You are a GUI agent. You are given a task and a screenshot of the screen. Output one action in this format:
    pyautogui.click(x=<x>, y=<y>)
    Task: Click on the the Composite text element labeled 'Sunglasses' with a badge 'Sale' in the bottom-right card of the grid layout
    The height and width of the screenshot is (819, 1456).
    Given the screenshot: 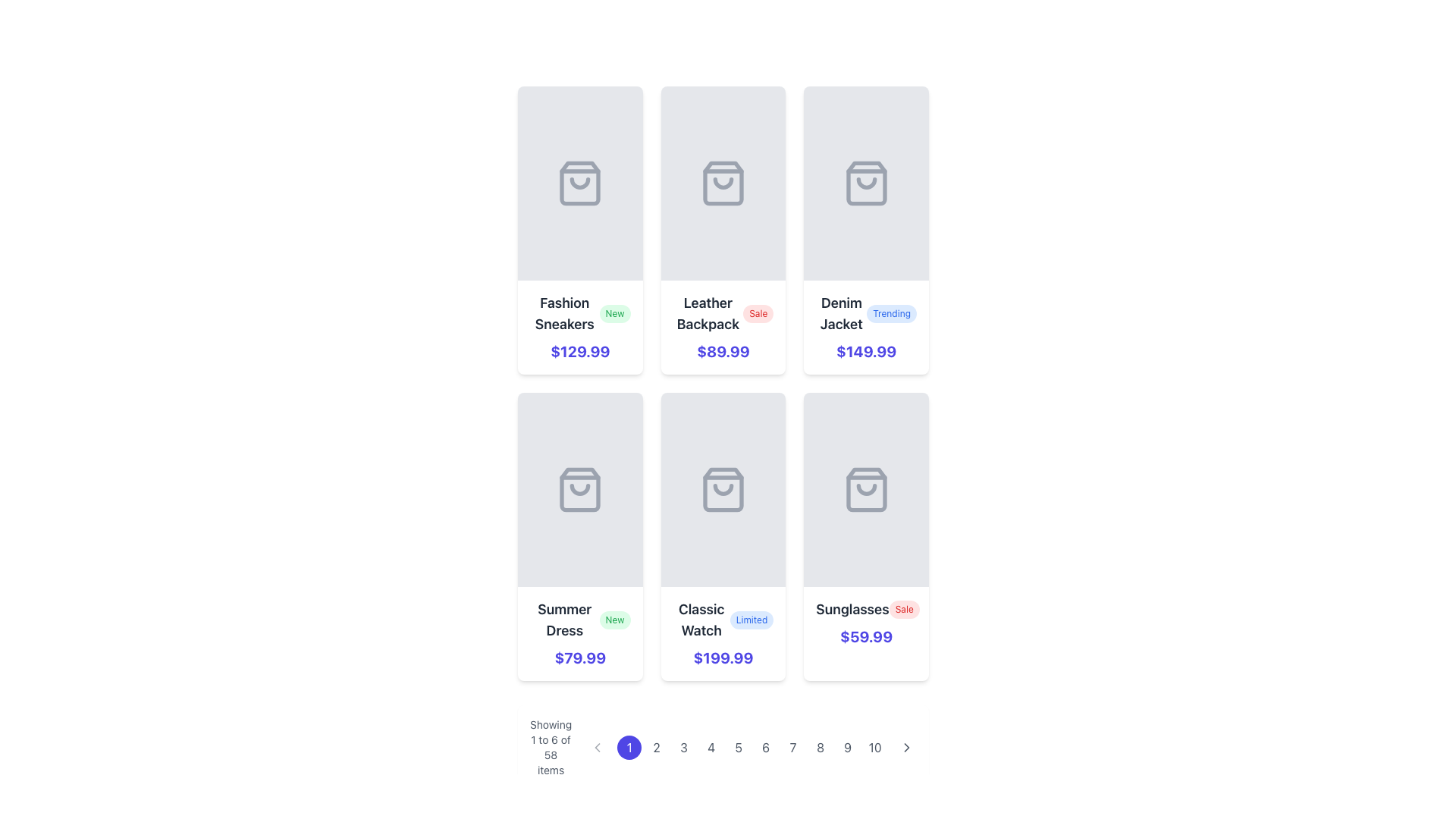 What is the action you would take?
    pyautogui.click(x=866, y=608)
    